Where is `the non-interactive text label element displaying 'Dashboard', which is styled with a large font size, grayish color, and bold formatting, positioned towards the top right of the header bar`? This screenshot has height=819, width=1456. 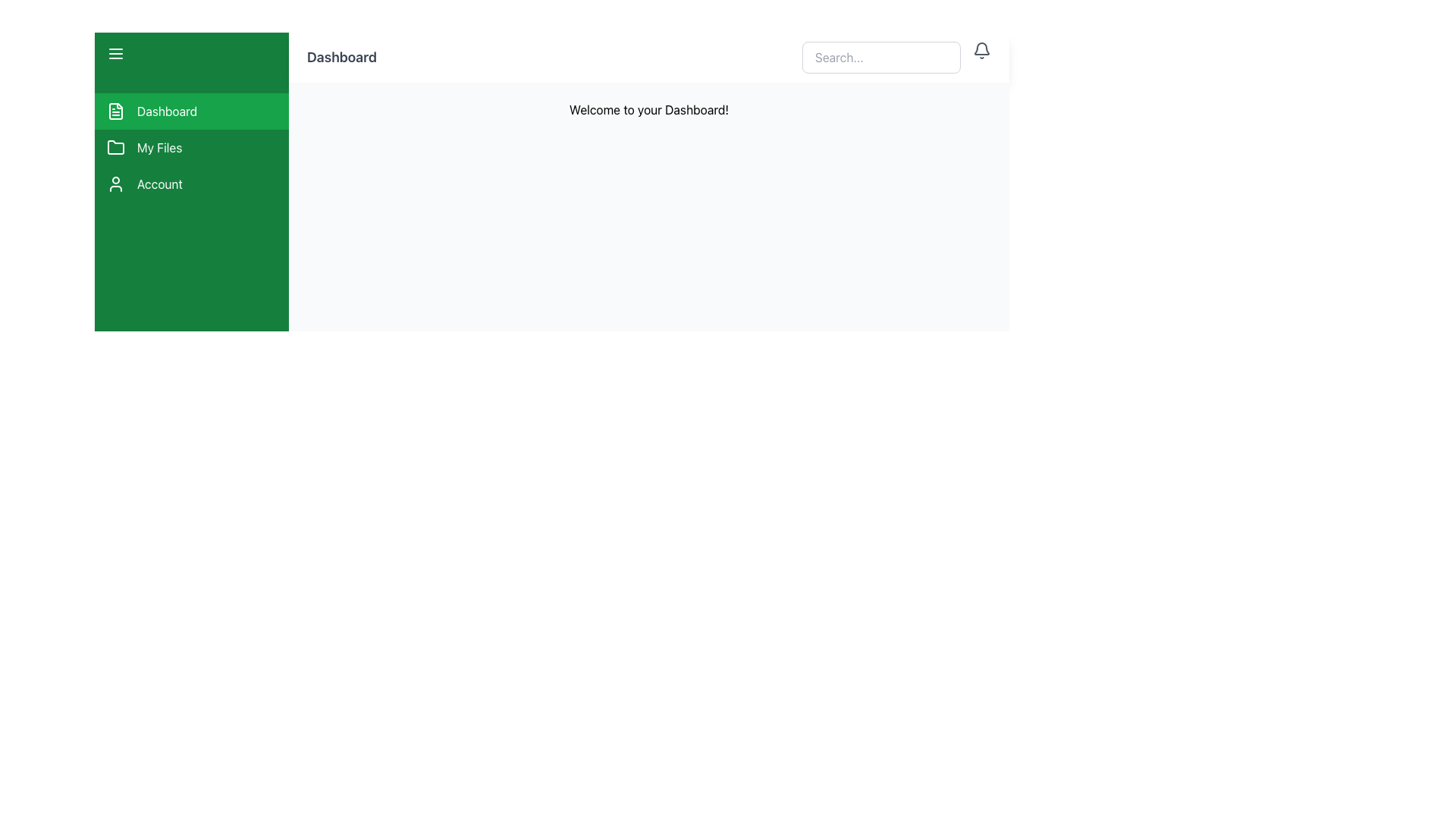 the non-interactive text label element displaying 'Dashboard', which is styled with a large font size, grayish color, and bold formatting, positioned towards the top right of the header bar is located at coordinates (341, 57).